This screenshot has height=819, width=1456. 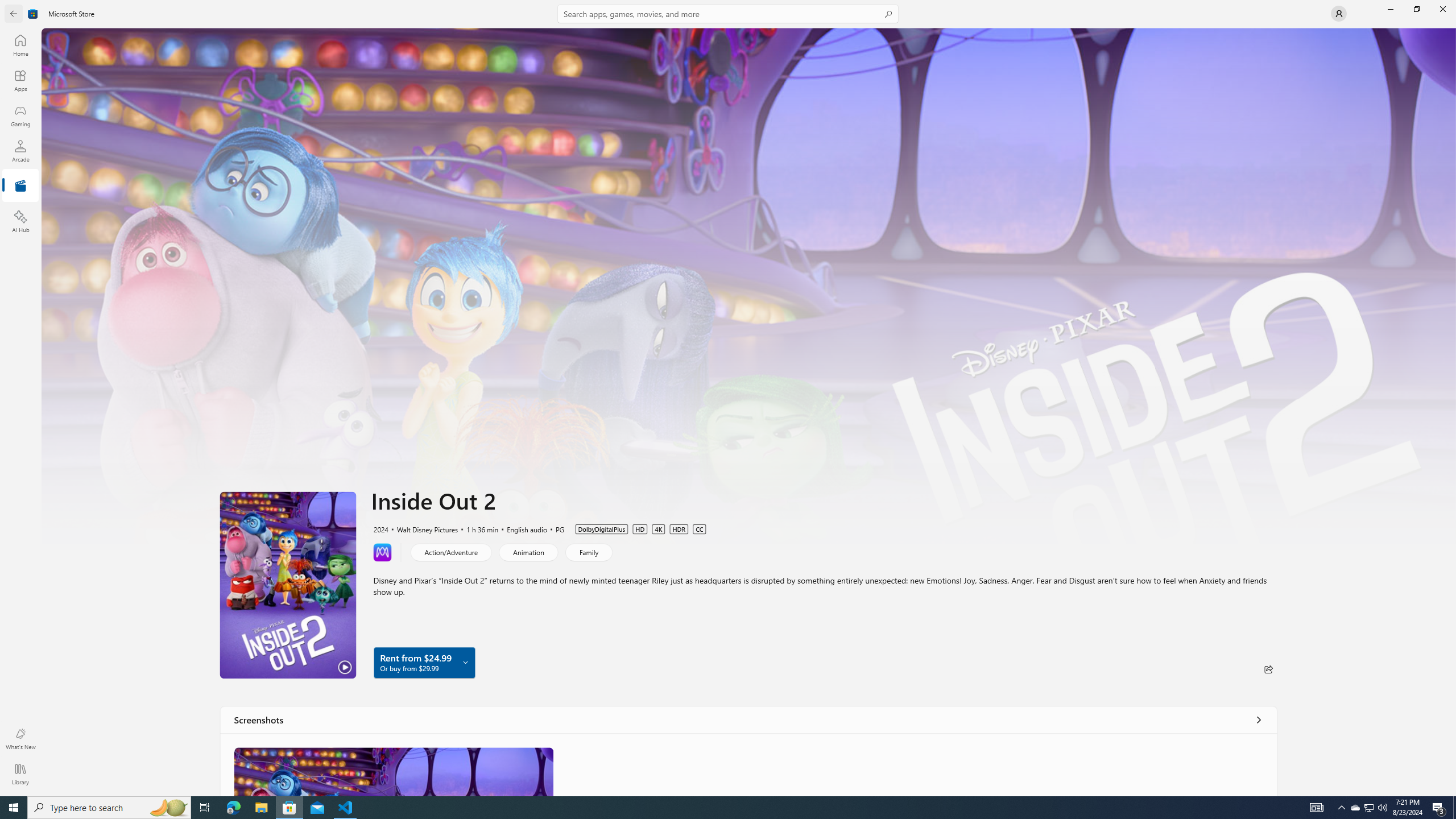 What do you see at coordinates (477, 528) in the screenshot?
I see `'1 h 36 min'` at bounding box center [477, 528].